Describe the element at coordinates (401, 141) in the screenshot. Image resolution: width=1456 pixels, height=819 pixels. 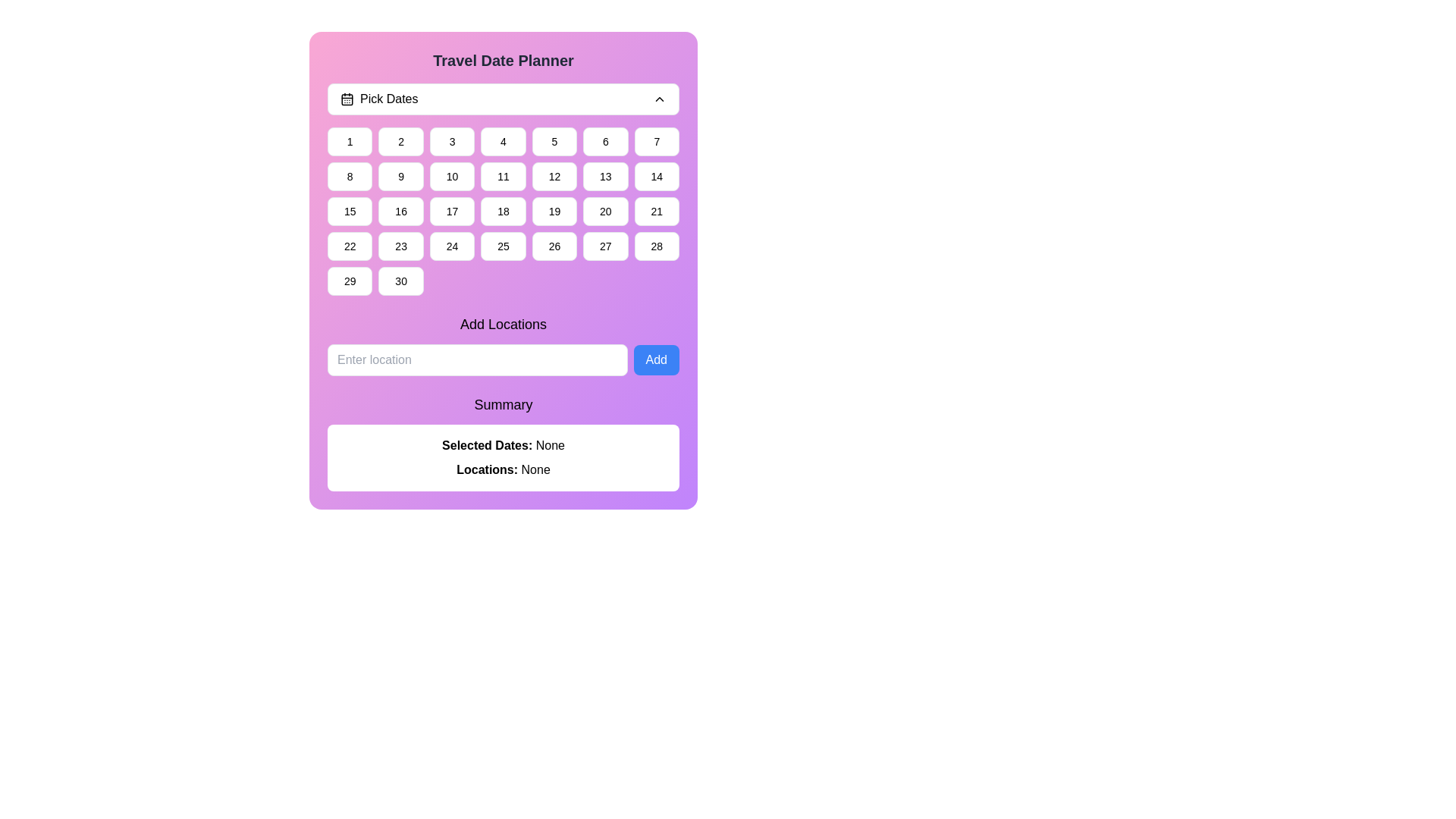
I see `the date button located in the 'Pick Dates' section of the date-picker interface` at that location.